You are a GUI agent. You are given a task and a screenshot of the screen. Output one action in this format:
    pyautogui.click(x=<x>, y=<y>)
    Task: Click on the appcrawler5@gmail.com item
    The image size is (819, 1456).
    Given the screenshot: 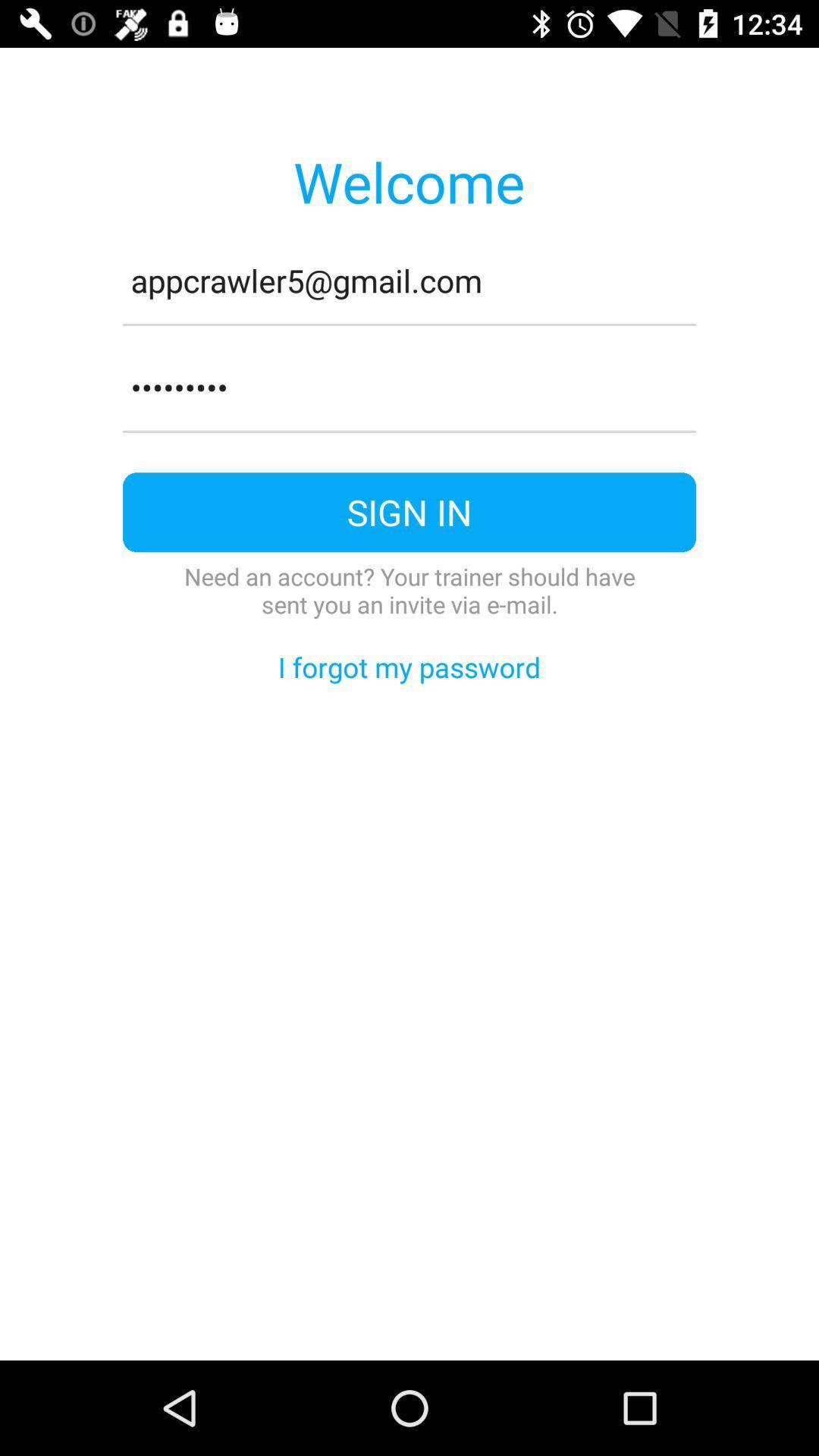 What is the action you would take?
    pyautogui.click(x=409, y=281)
    